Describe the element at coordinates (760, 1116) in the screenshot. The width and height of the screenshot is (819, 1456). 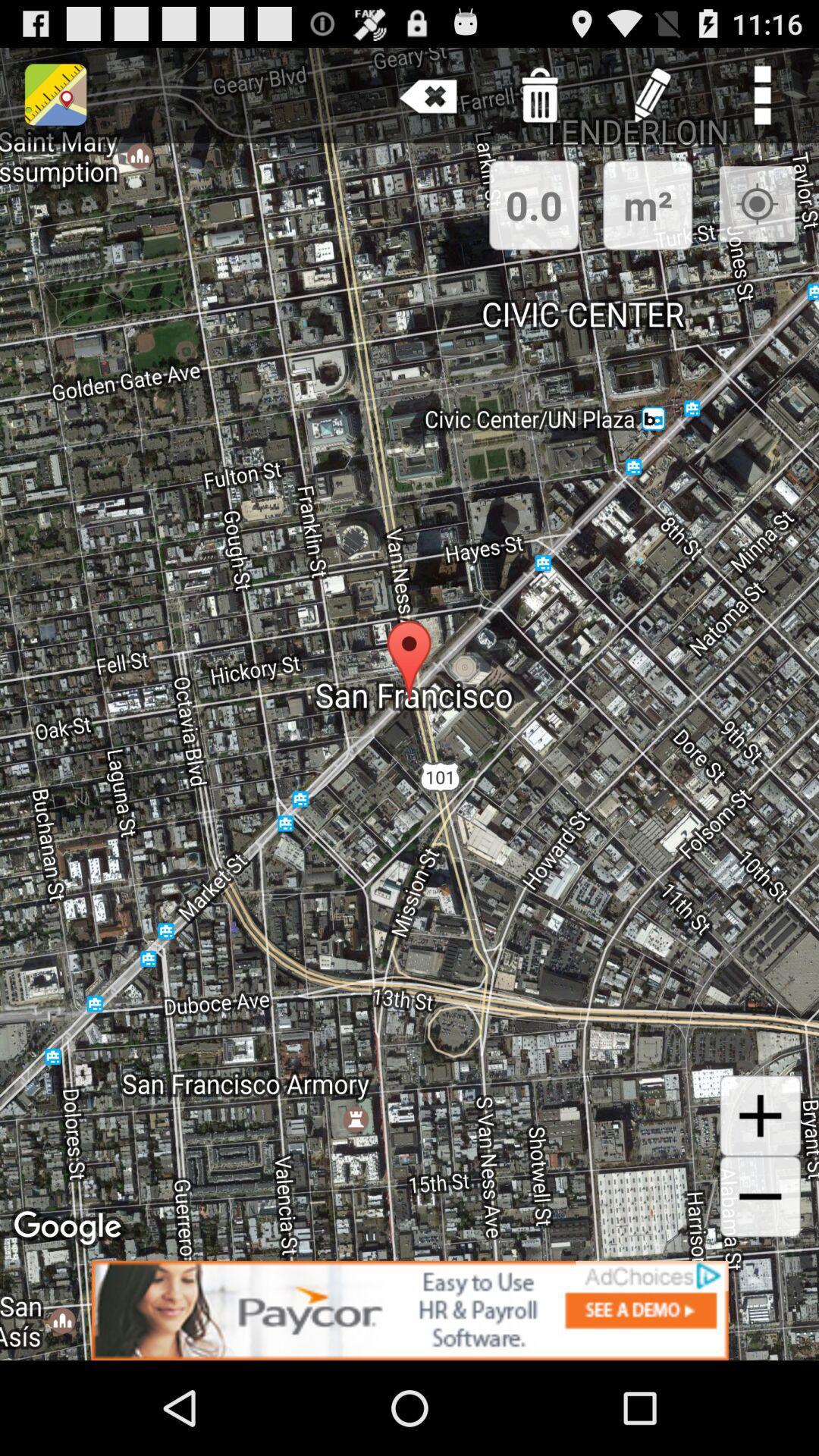
I see `zoom in` at that location.